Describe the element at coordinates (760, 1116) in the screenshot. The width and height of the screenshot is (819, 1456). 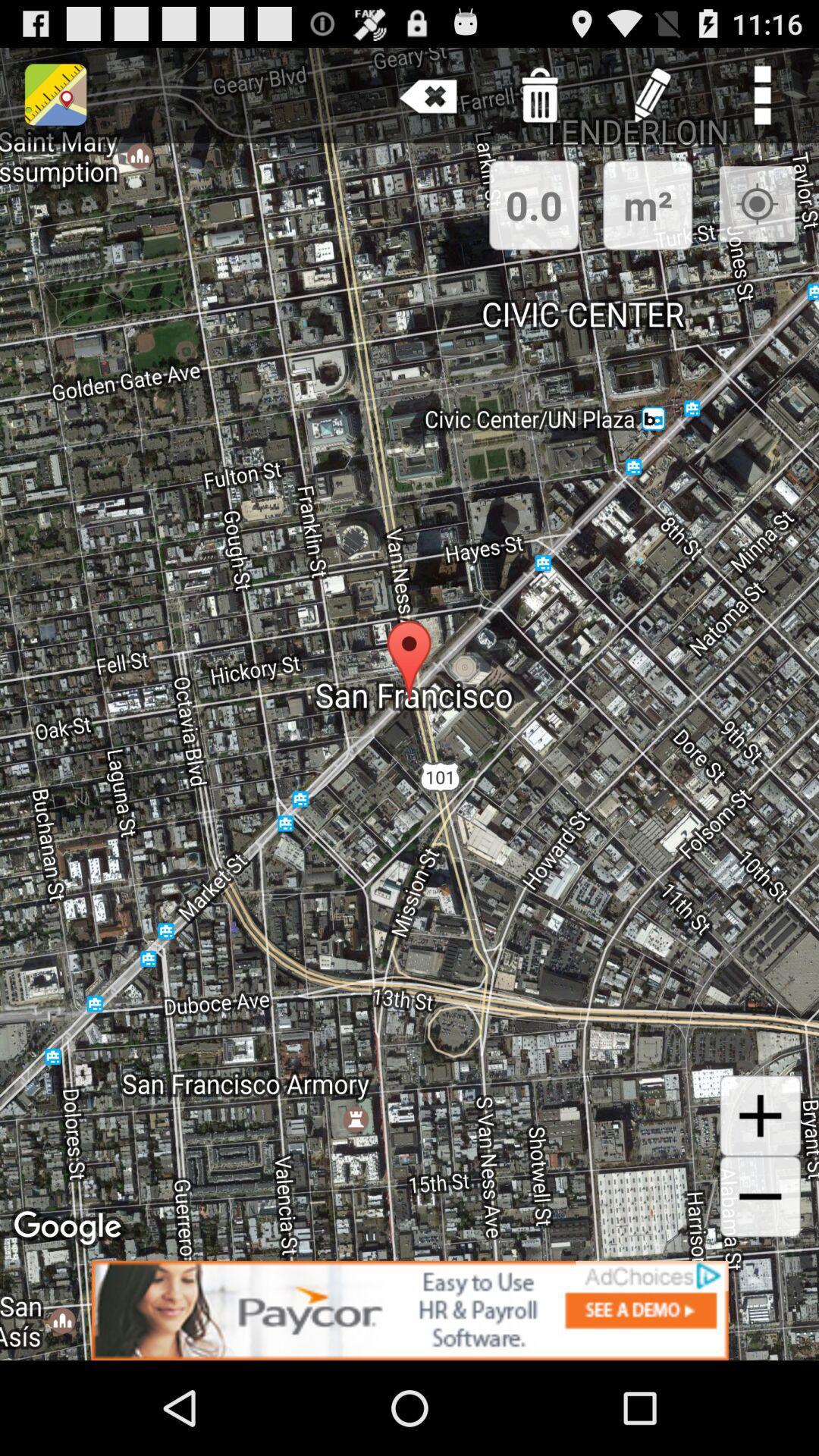
I see `zoom in` at that location.